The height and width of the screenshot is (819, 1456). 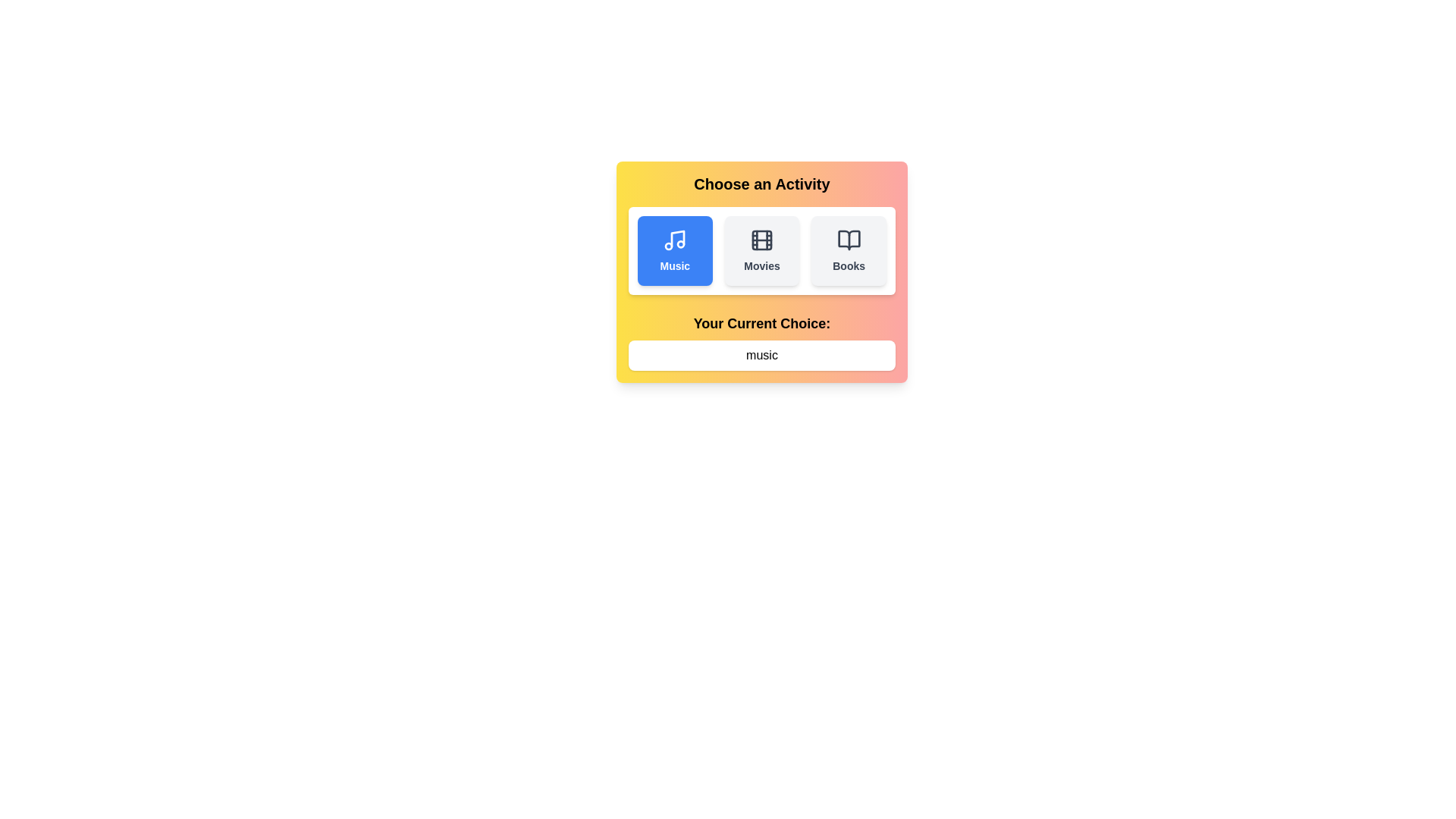 What do you see at coordinates (761, 250) in the screenshot?
I see `the activity button labeled Movies` at bounding box center [761, 250].